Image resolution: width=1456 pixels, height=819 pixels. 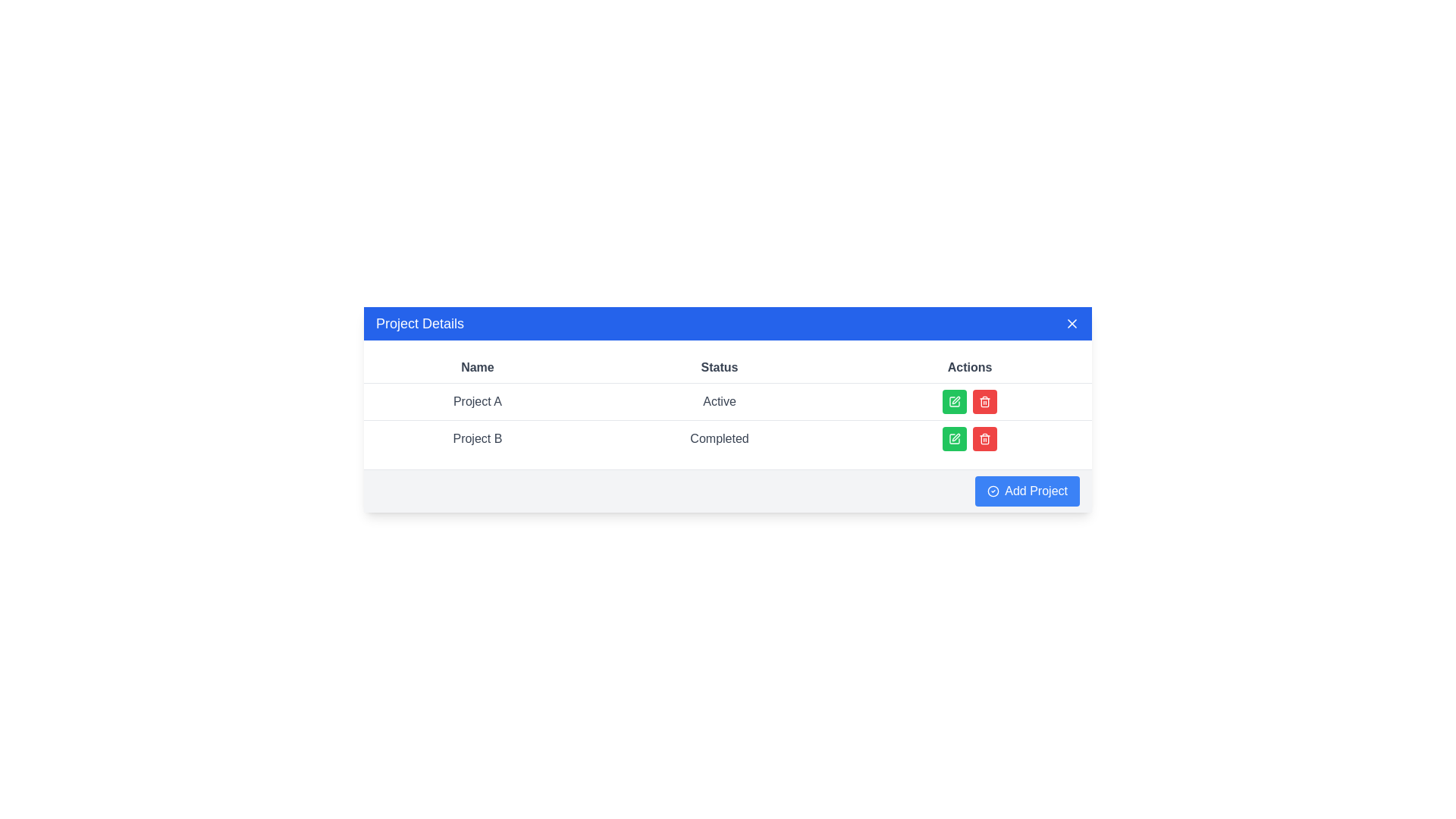 I want to click on the combined edit and delete buttons in the 'Actions' column of the first row for 'Project A', so click(x=969, y=400).